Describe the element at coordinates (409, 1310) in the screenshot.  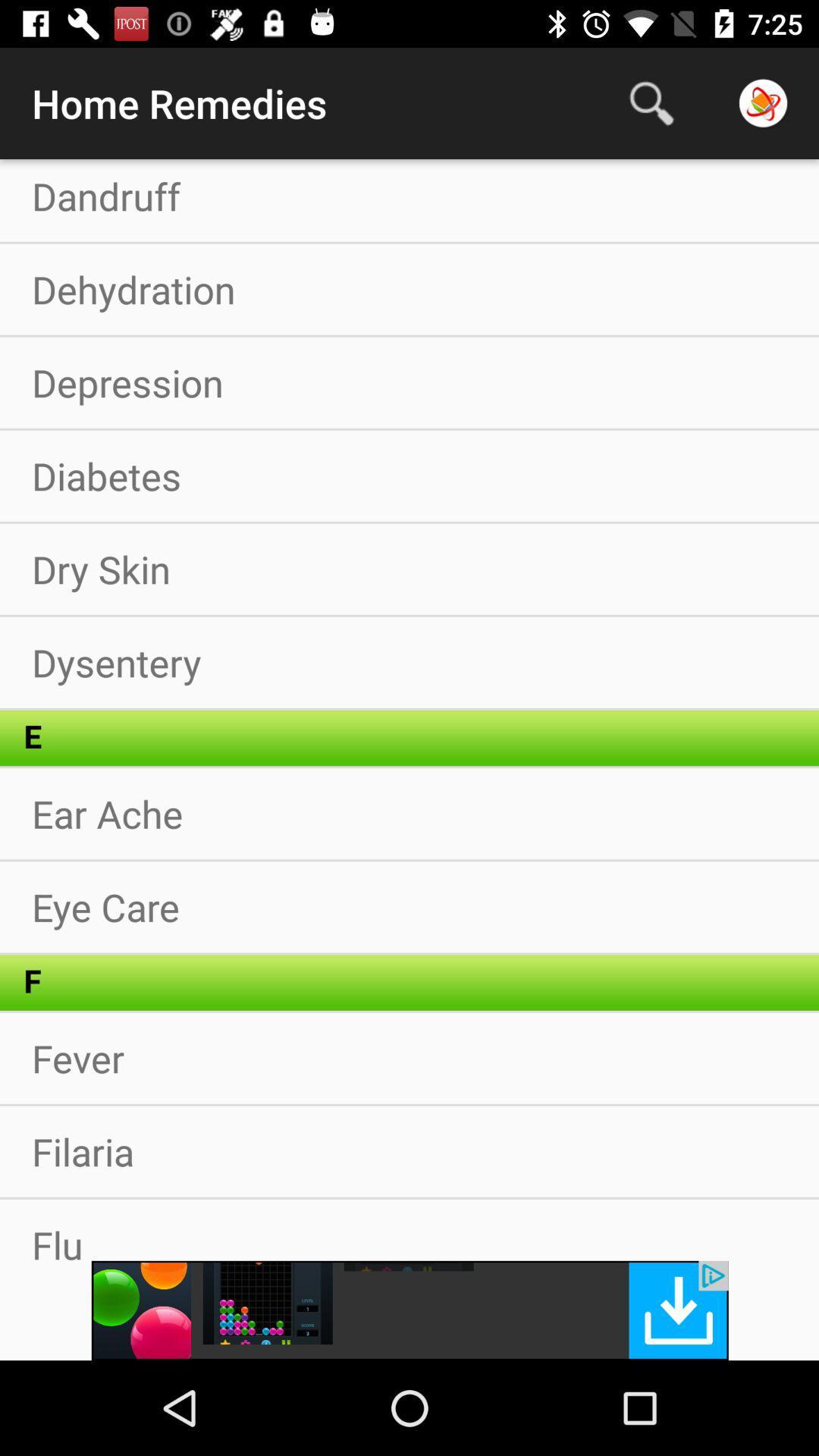
I see `the advertisement` at that location.